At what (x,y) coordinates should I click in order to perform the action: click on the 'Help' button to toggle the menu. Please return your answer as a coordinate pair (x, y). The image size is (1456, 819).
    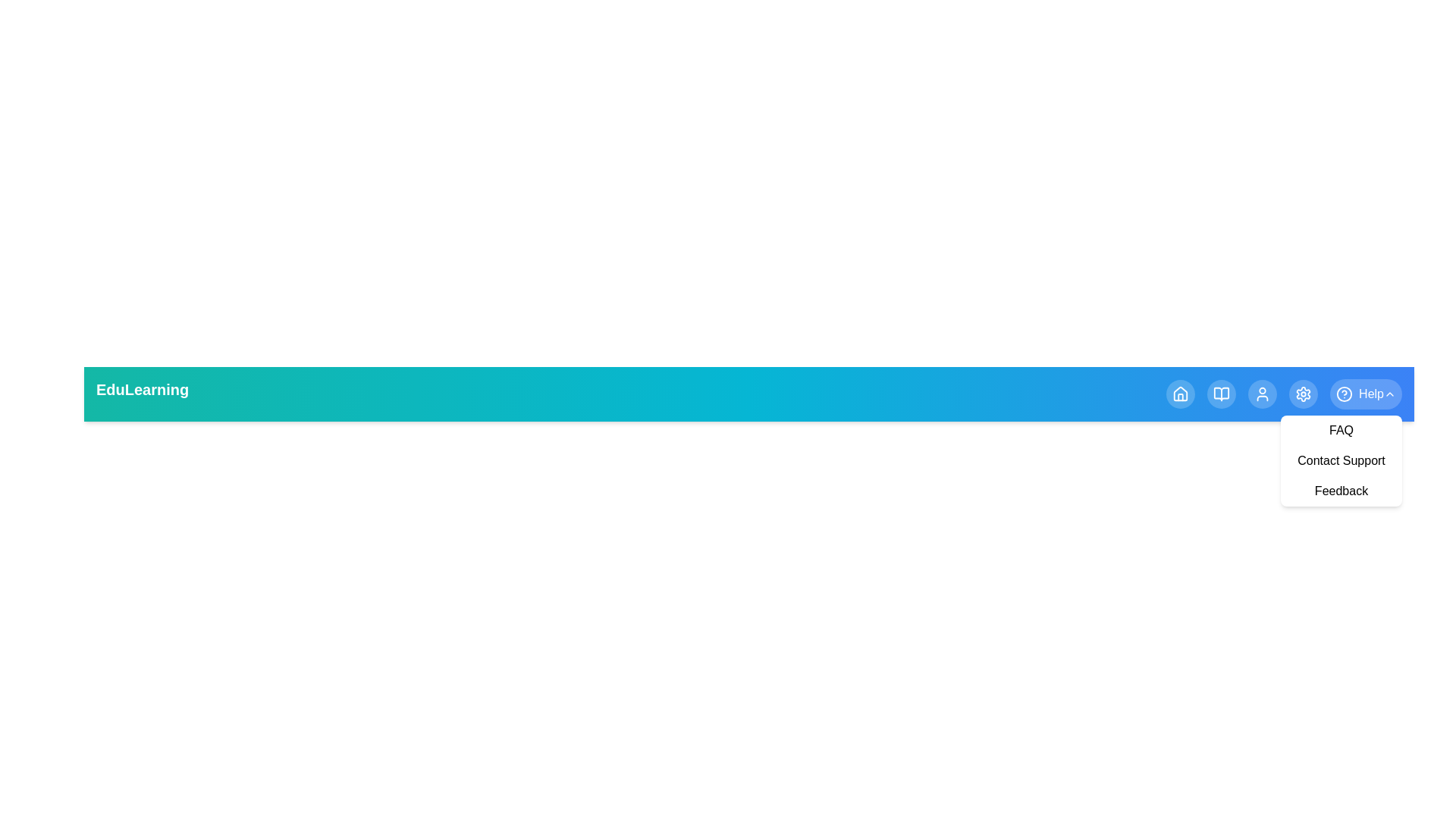
    Looking at the image, I should click on (1365, 394).